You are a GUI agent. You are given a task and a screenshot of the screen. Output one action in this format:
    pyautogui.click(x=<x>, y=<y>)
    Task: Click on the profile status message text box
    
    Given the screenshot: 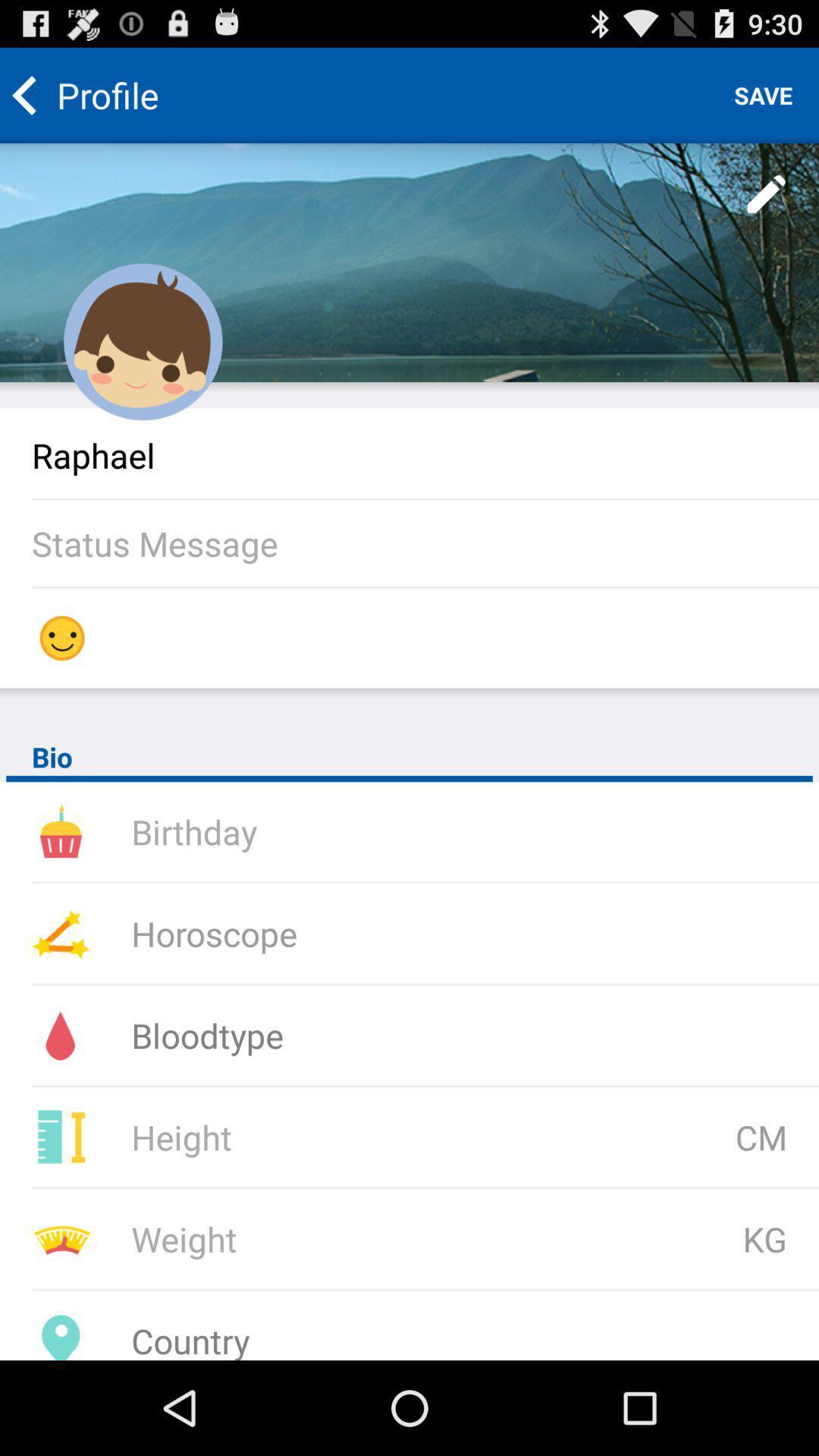 What is the action you would take?
    pyautogui.click(x=425, y=543)
    